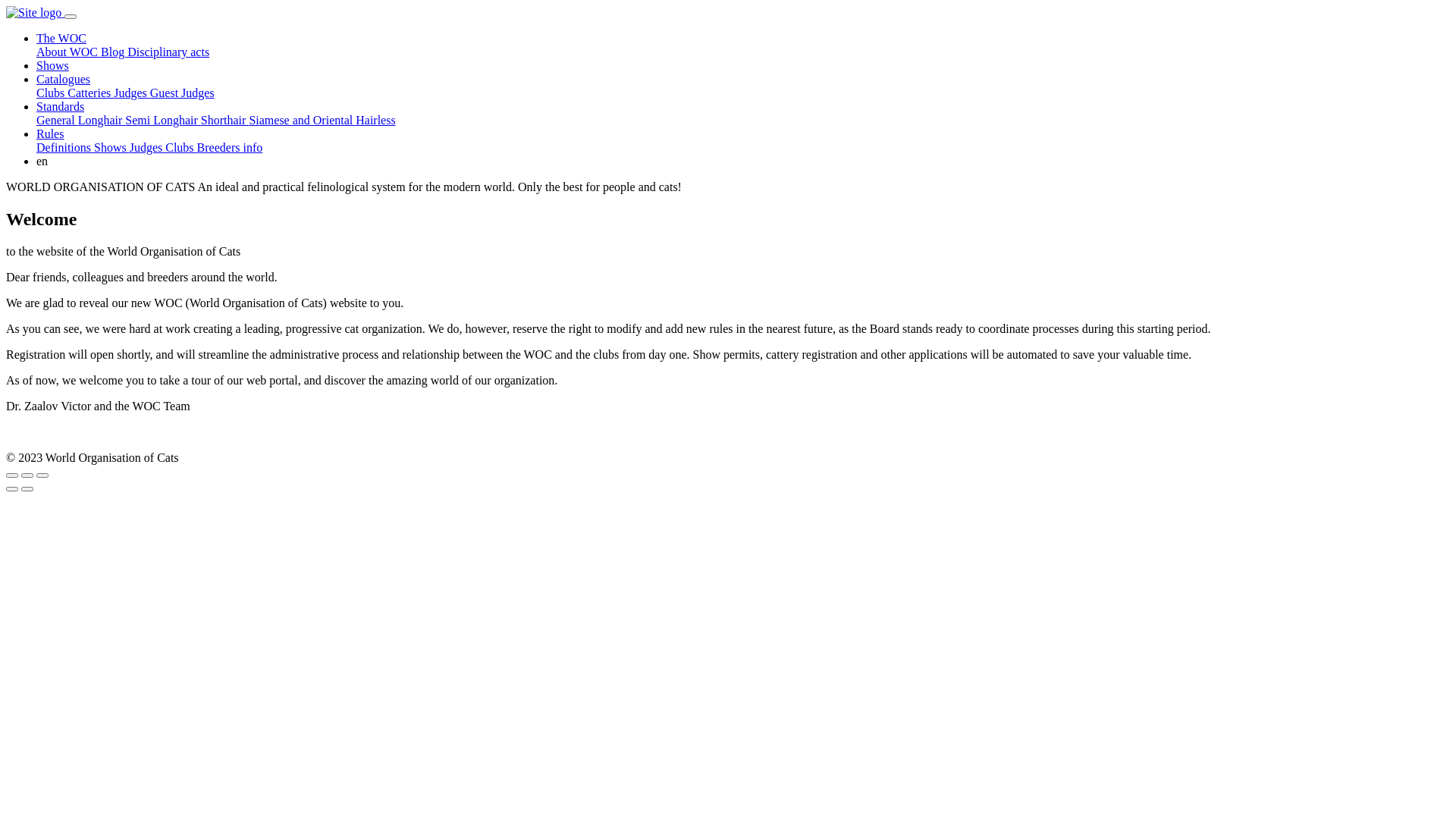 Image resolution: width=1456 pixels, height=819 pixels. Describe the element at coordinates (182, 93) in the screenshot. I see `'Guest Judges'` at that location.